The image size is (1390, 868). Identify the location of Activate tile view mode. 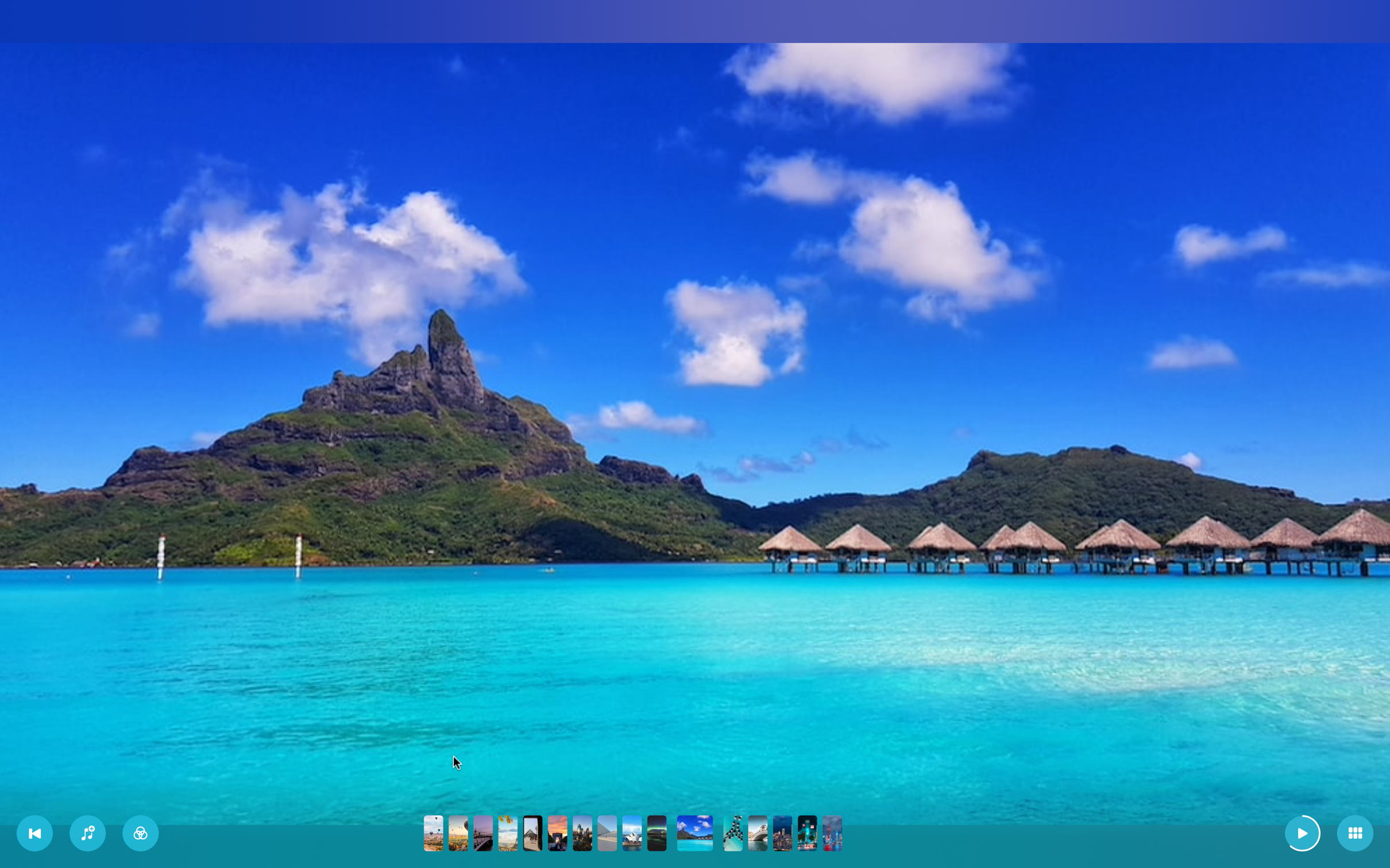
(1355, 834).